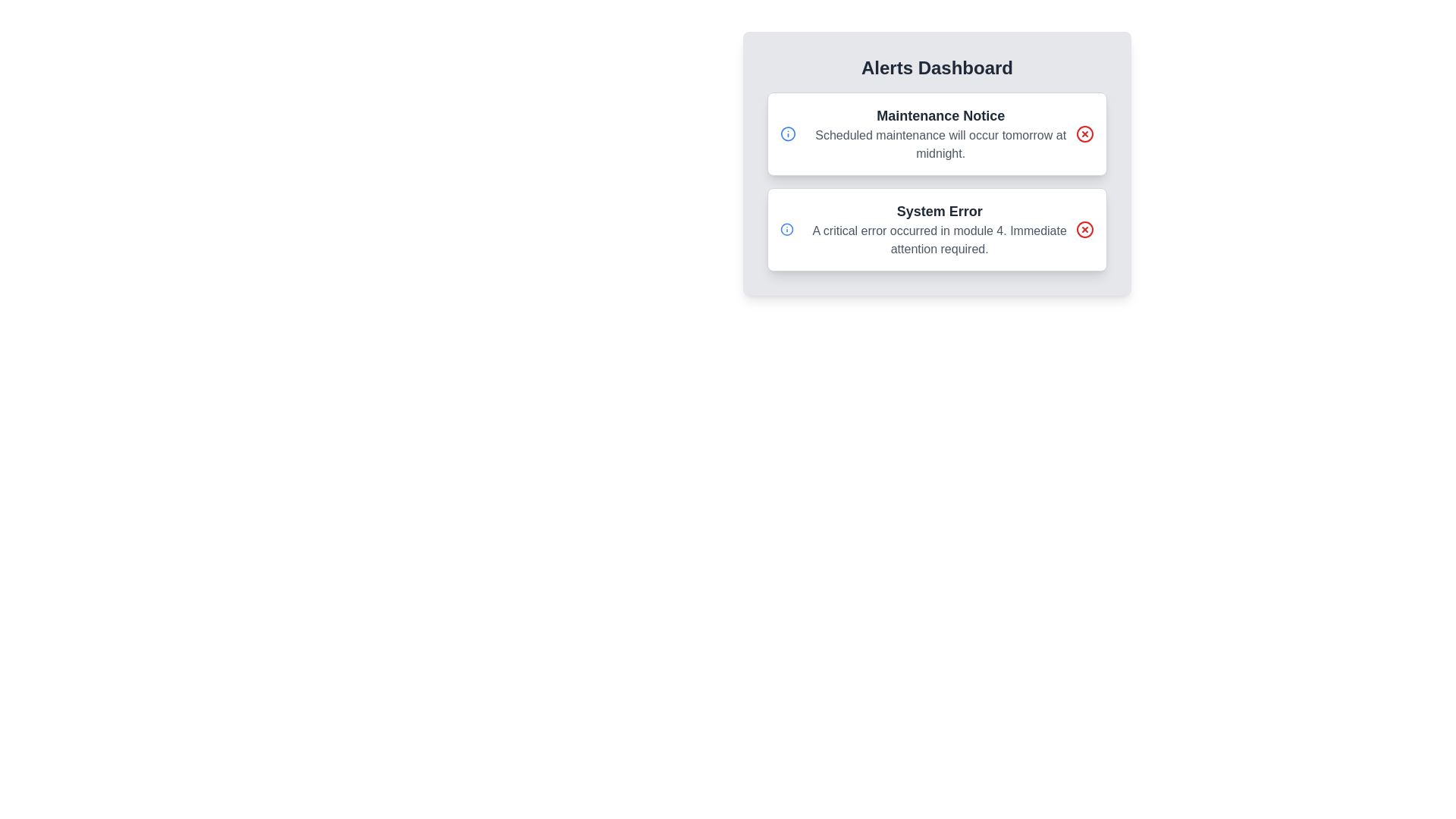 This screenshot has height=819, width=1456. What do you see at coordinates (939, 211) in the screenshot?
I see `the bolded text label displaying 'System Error' at the top of the second alert card in the 'Alerts Dashboard' section` at bounding box center [939, 211].